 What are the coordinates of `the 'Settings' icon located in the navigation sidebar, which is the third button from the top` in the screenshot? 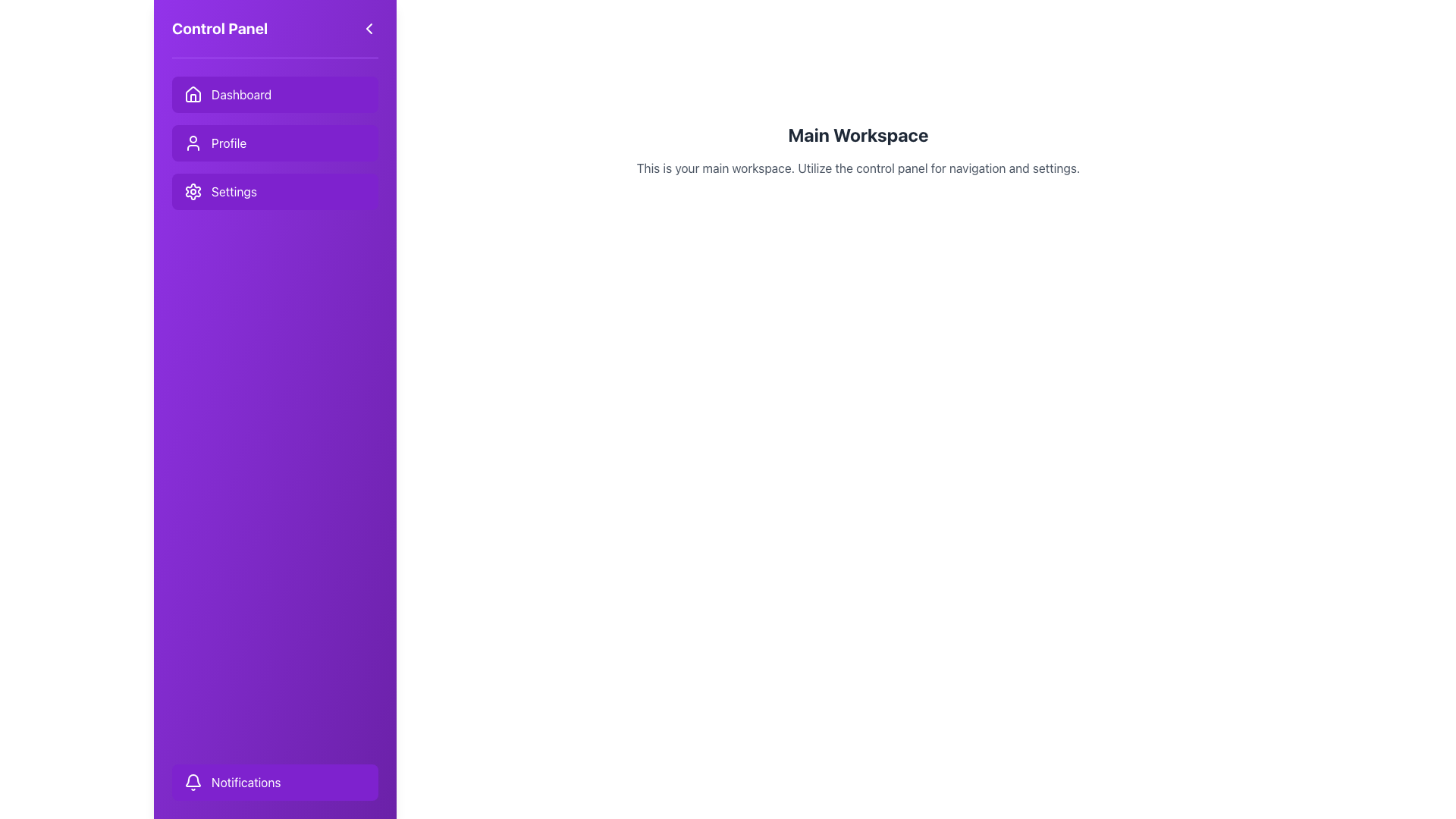 It's located at (192, 191).